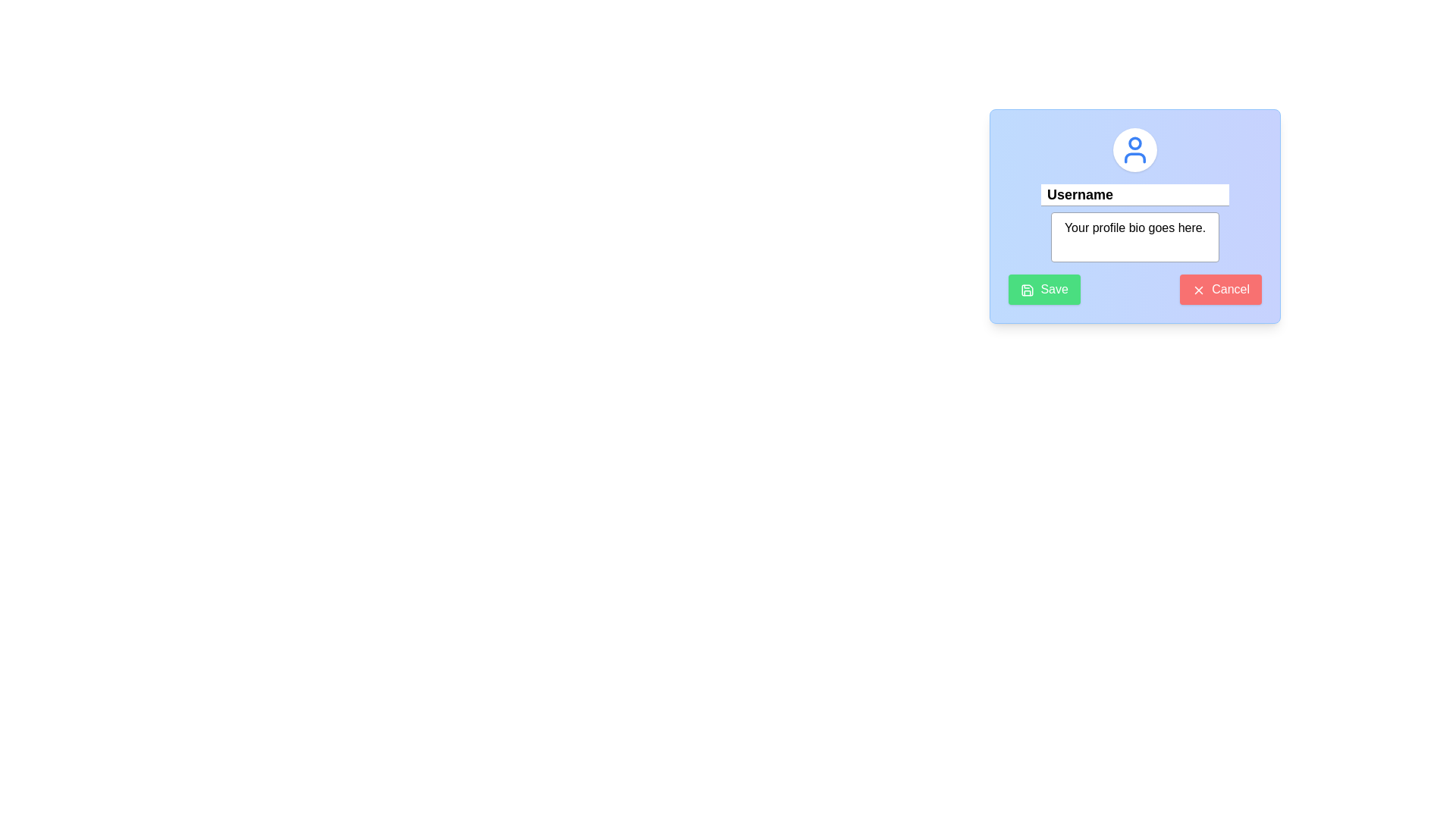  I want to click on the circular static icon with a blue outline of a user figure, located at the top center of the interface above the 'Username' text field, so click(1135, 149).